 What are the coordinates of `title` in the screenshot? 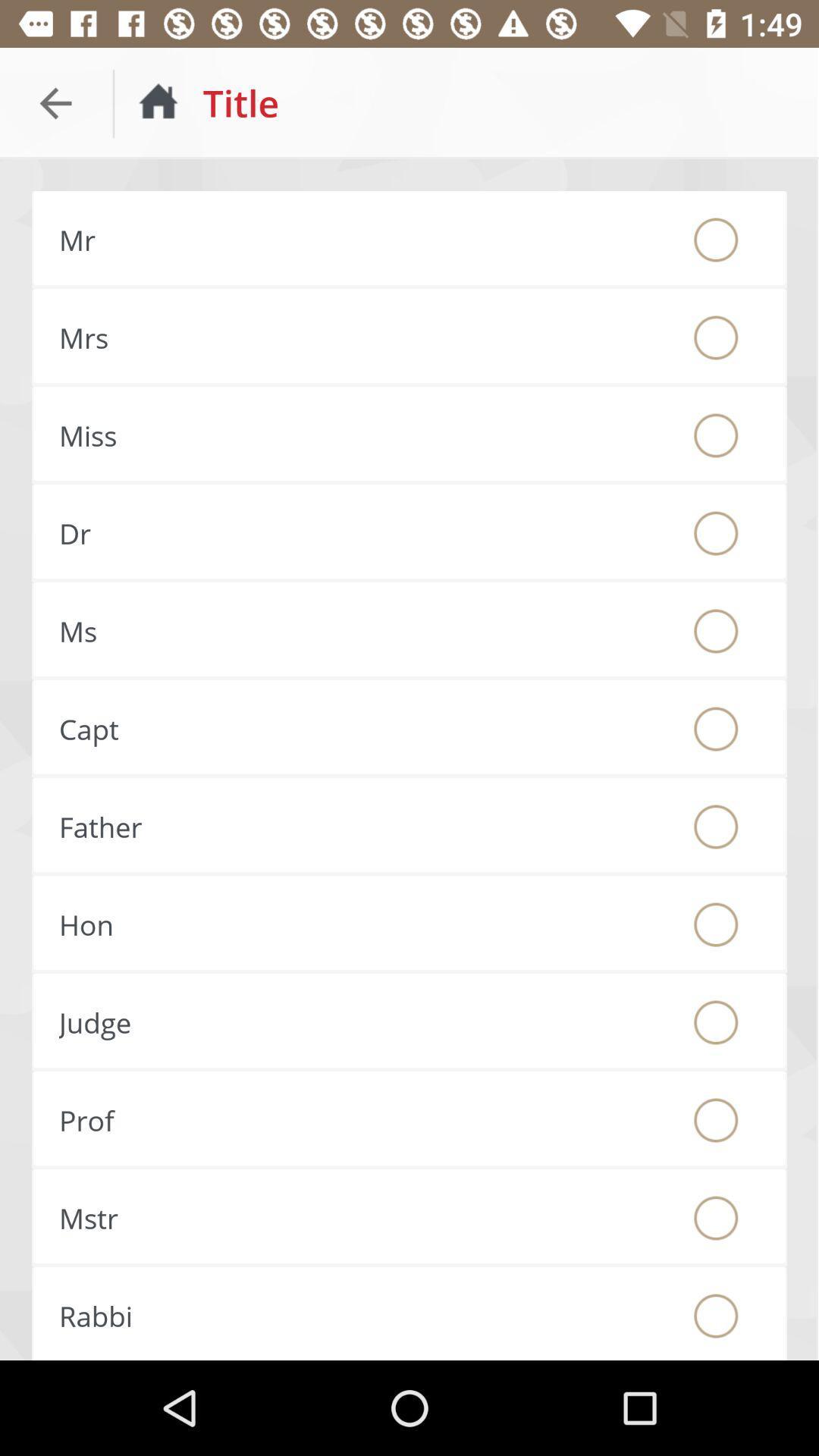 It's located at (716, 631).